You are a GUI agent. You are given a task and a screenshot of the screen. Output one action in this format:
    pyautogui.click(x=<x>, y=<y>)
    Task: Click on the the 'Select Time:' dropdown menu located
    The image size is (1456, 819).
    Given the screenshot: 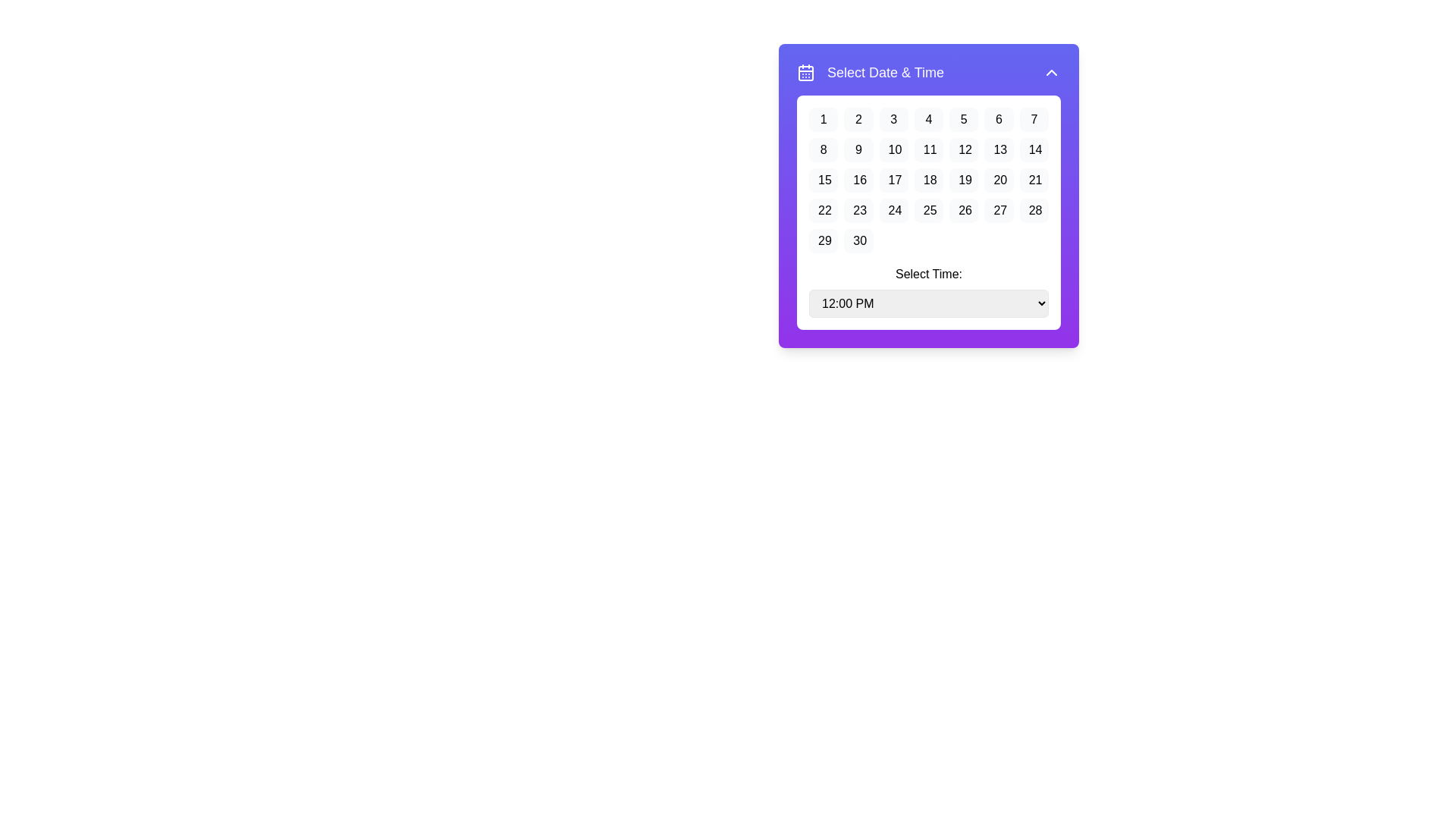 What is the action you would take?
    pyautogui.click(x=927, y=291)
    